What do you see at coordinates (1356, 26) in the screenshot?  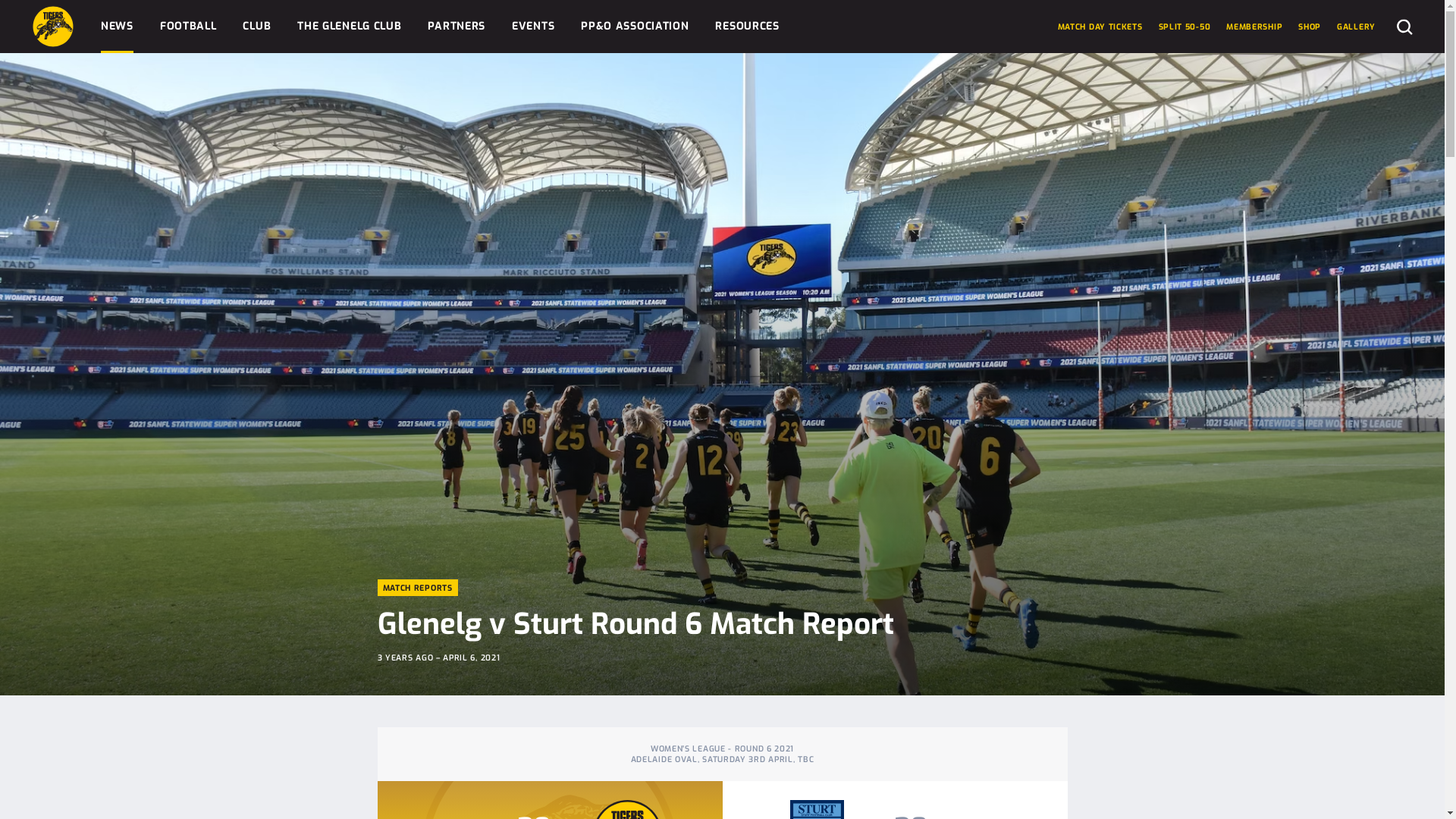 I see `'GALLERY'` at bounding box center [1356, 26].